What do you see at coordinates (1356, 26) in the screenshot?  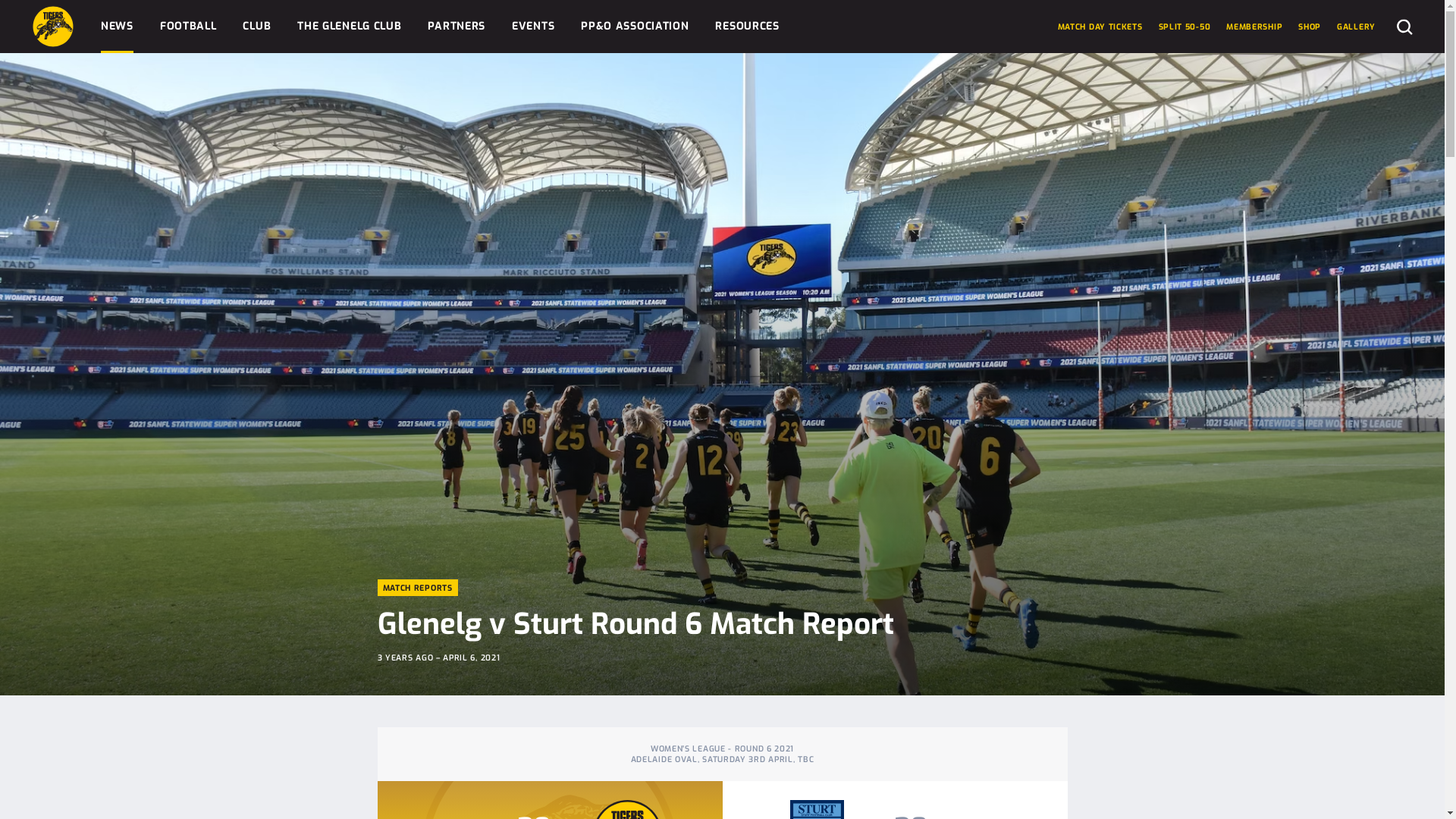 I see `'GALLERY'` at bounding box center [1356, 26].